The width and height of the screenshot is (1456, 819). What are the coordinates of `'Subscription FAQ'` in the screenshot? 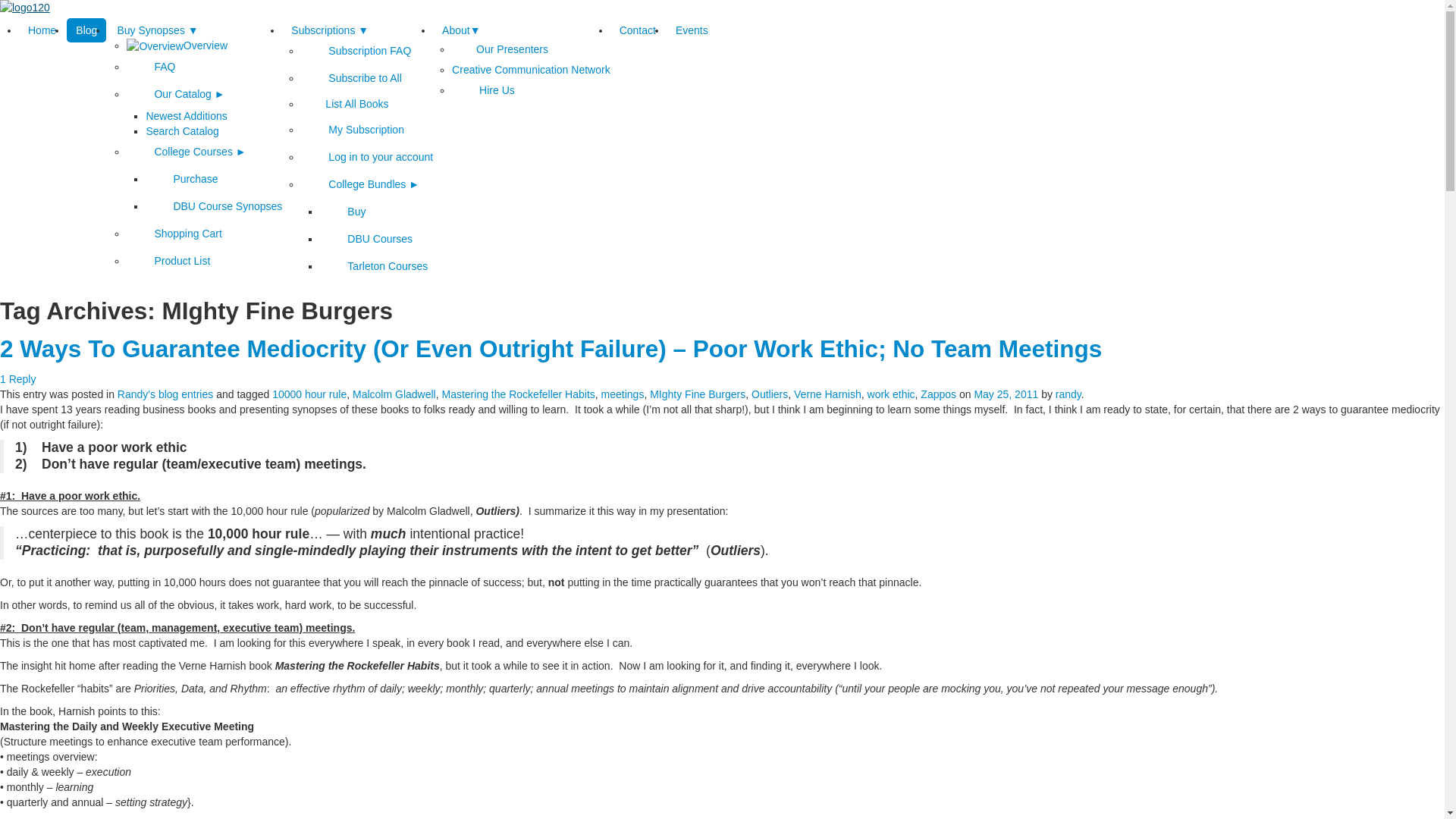 It's located at (301, 49).